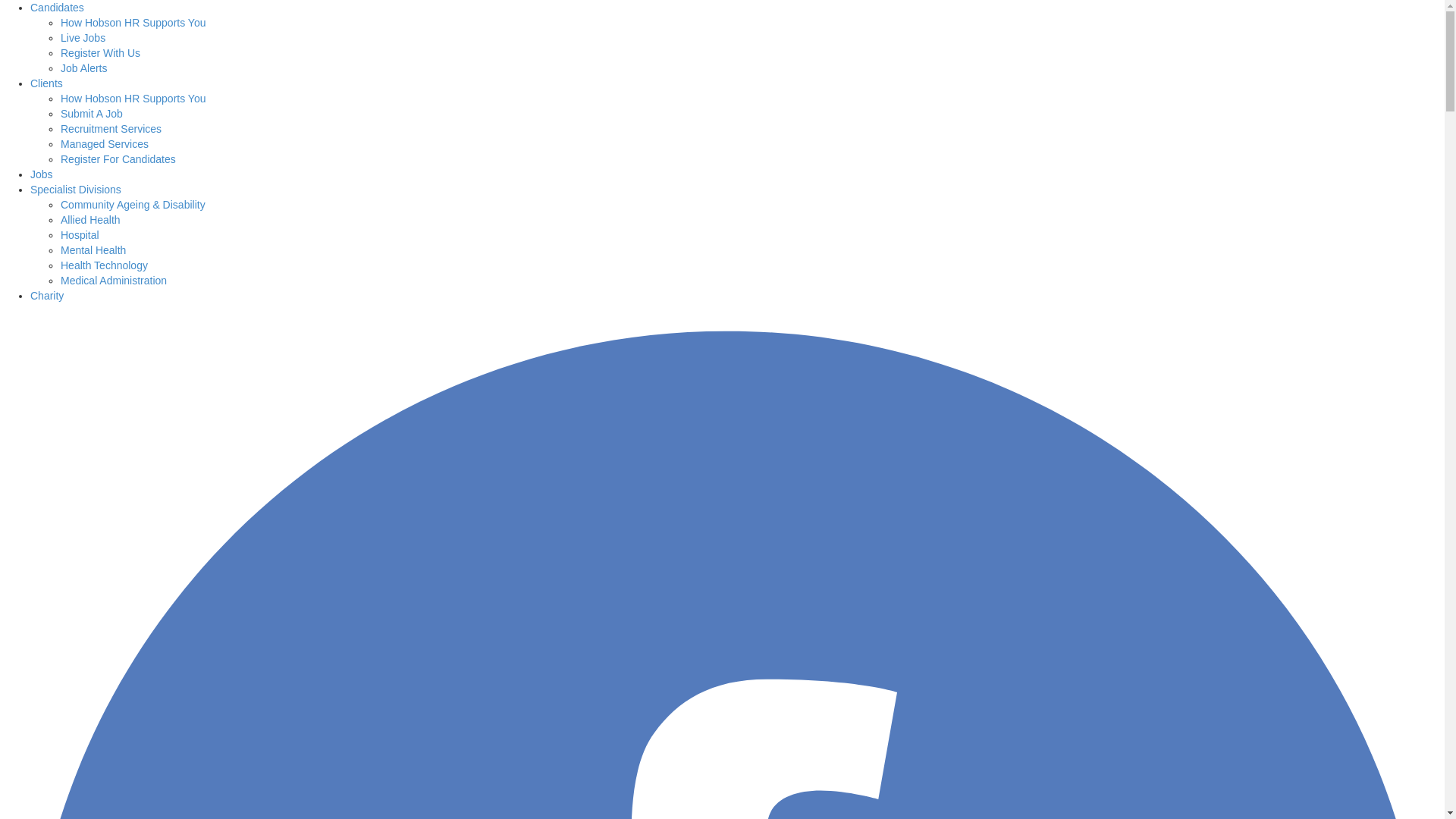  Describe the element at coordinates (57, 8) in the screenshot. I see `'Candidates'` at that location.